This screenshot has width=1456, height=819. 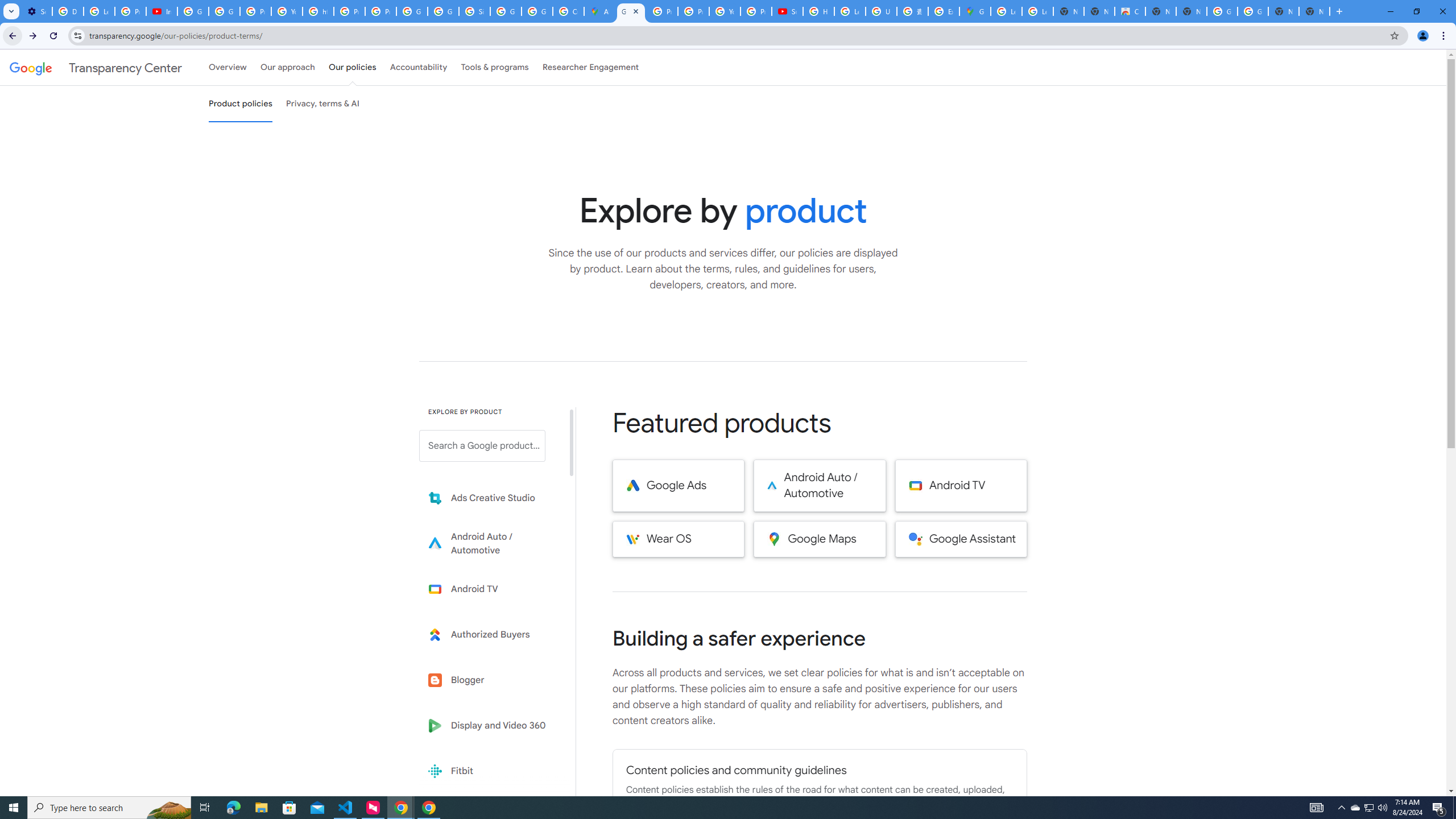 I want to click on 'Google Account Help', so click(x=192, y=11).